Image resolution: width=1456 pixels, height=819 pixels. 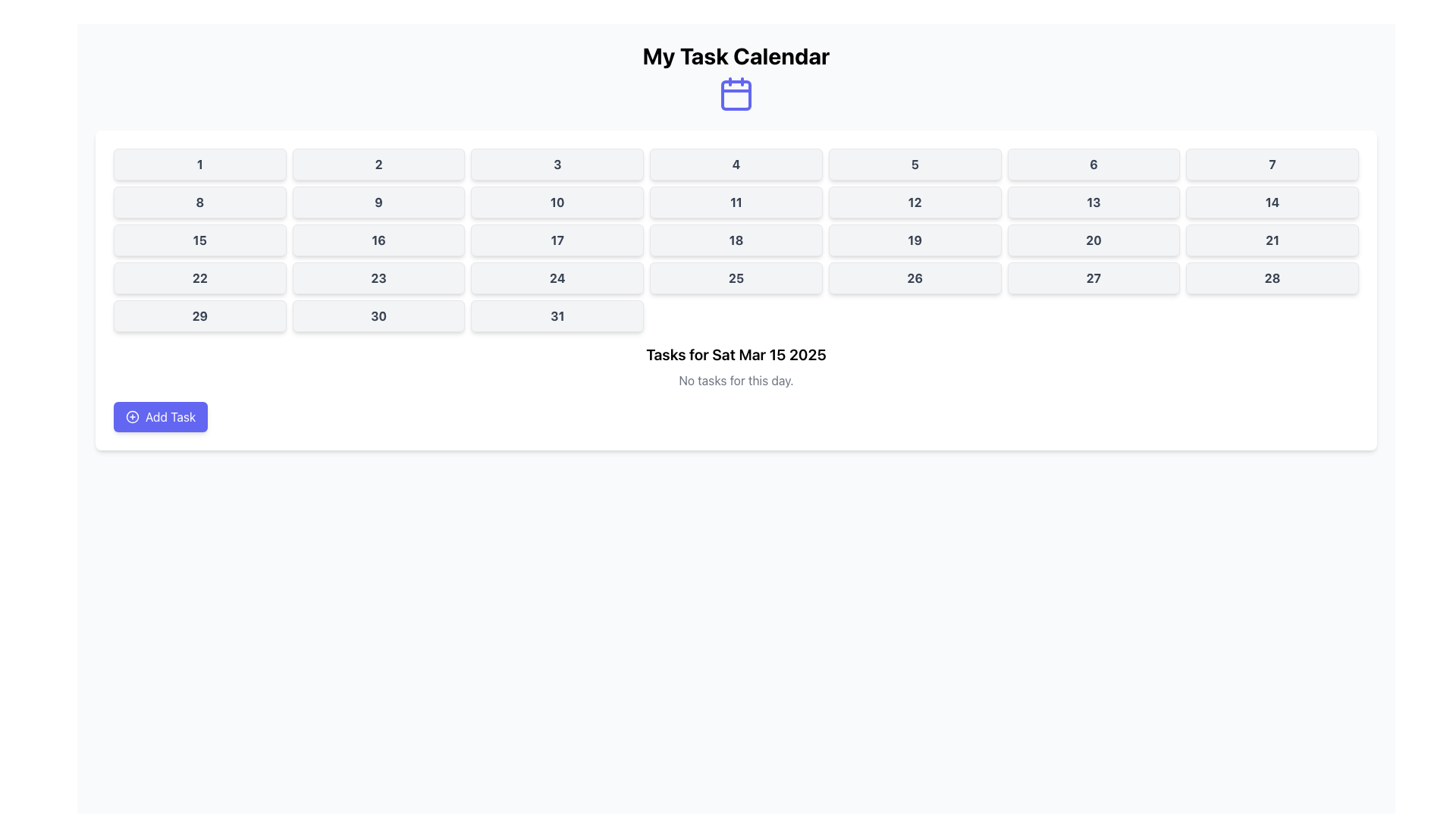 What do you see at coordinates (132, 417) in the screenshot?
I see `the small, circular outlined icon resembling a plus symbol, located within the 'Add Task' button in the lower-left corner of the calendar interface` at bounding box center [132, 417].